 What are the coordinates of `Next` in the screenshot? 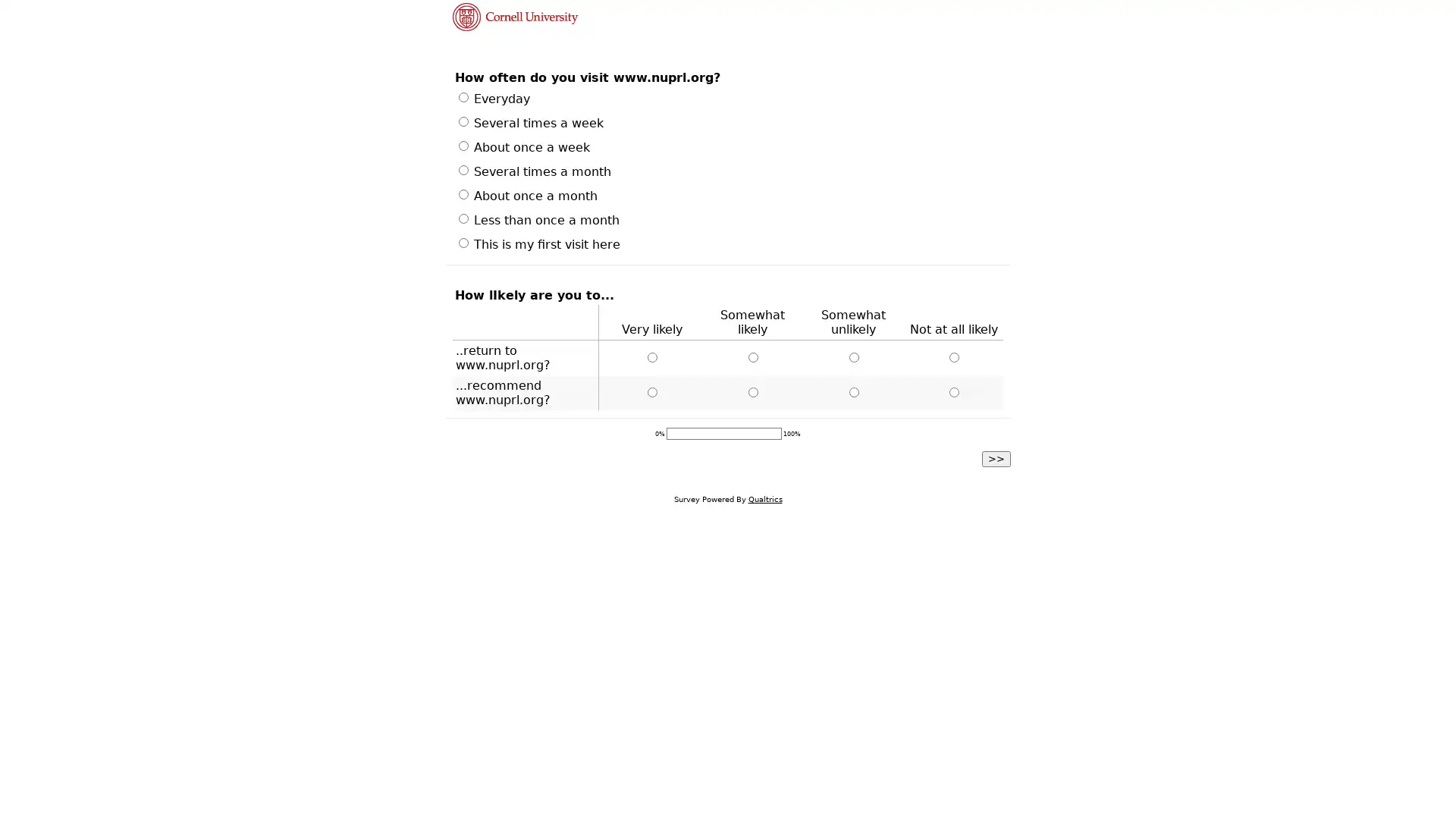 It's located at (996, 457).